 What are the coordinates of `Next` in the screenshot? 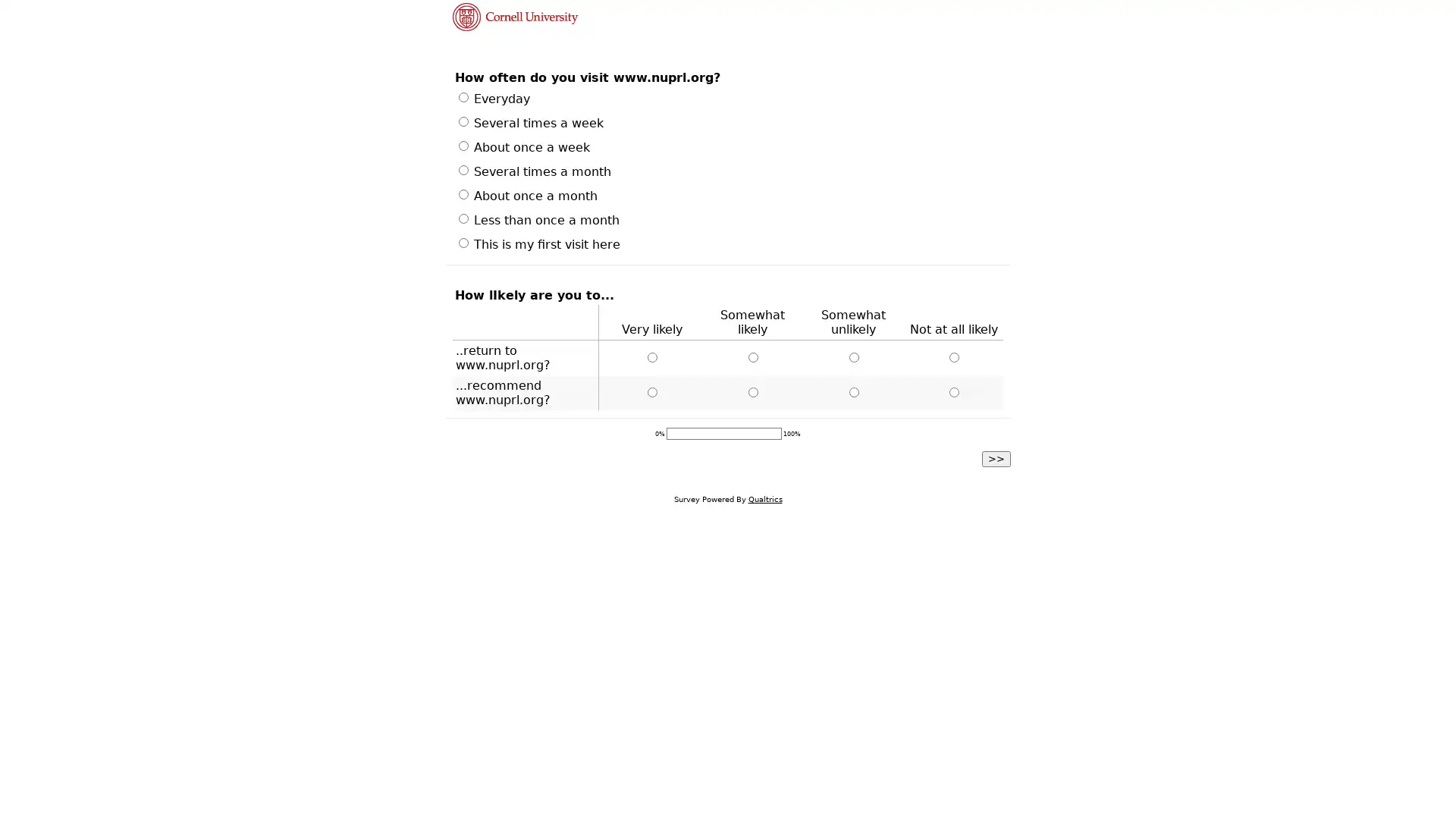 It's located at (996, 457).